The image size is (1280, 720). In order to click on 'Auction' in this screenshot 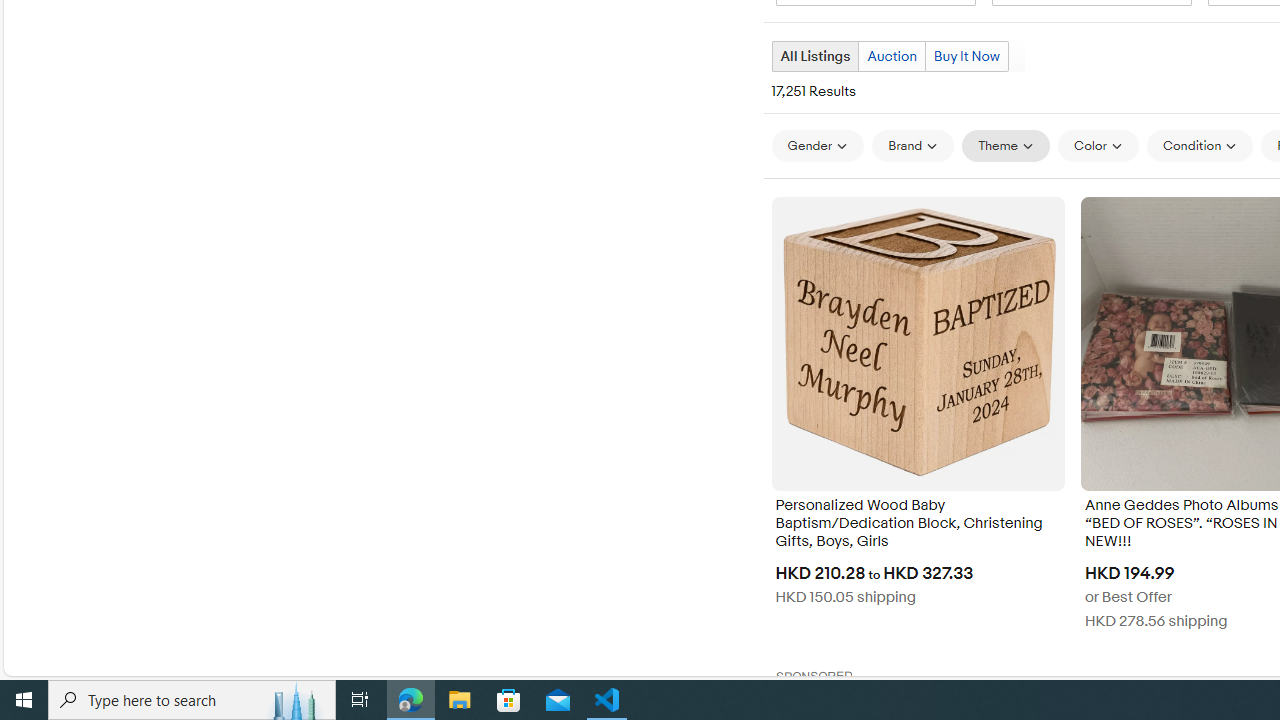, I will do `click(890, 55)`.